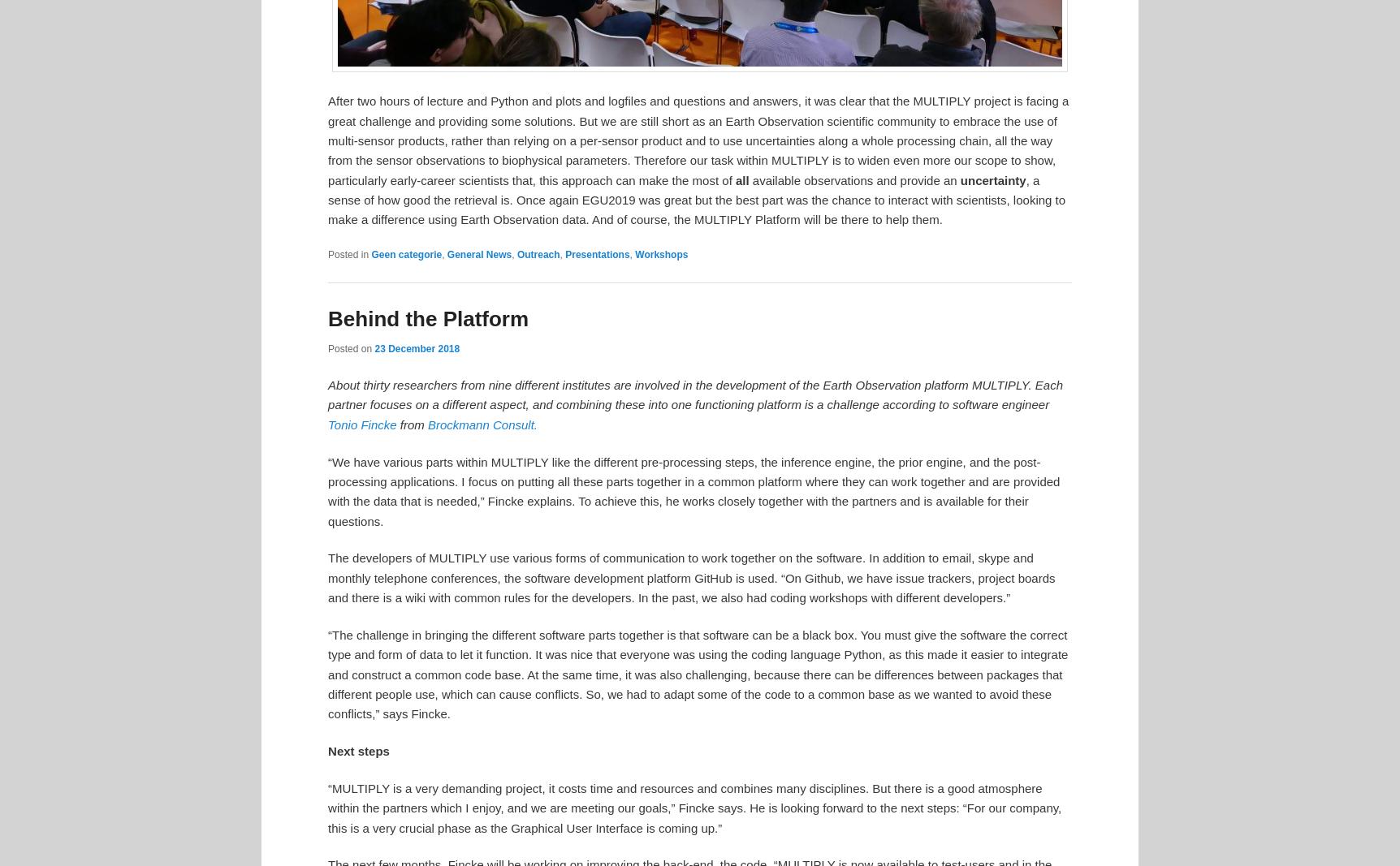  What do you see at coordinates (347, 255) in the screenshot?
I see `'Posted in'` at bounding box center [347, 255].